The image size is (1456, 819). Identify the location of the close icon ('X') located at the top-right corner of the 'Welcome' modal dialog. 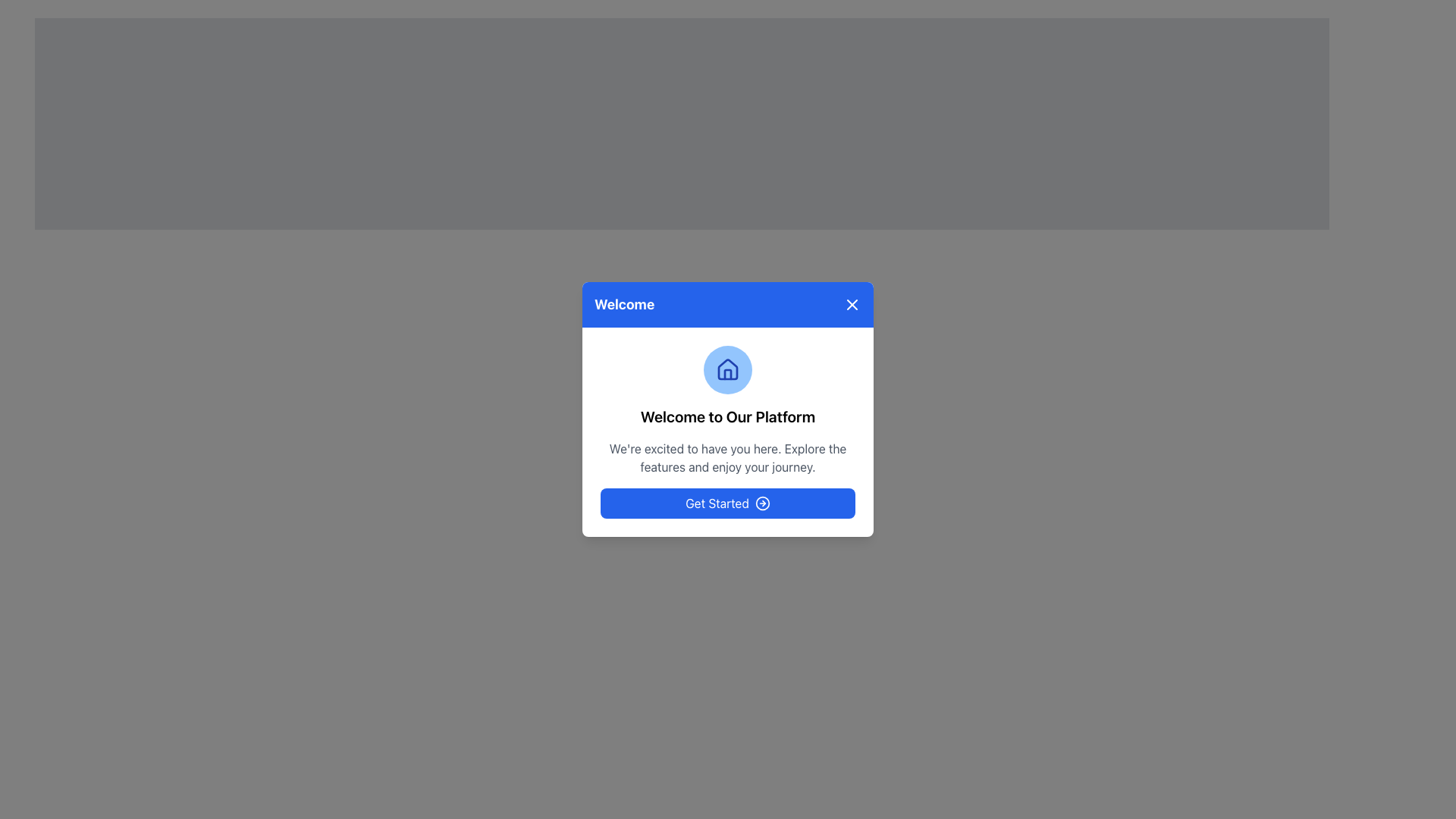
(852, 304).